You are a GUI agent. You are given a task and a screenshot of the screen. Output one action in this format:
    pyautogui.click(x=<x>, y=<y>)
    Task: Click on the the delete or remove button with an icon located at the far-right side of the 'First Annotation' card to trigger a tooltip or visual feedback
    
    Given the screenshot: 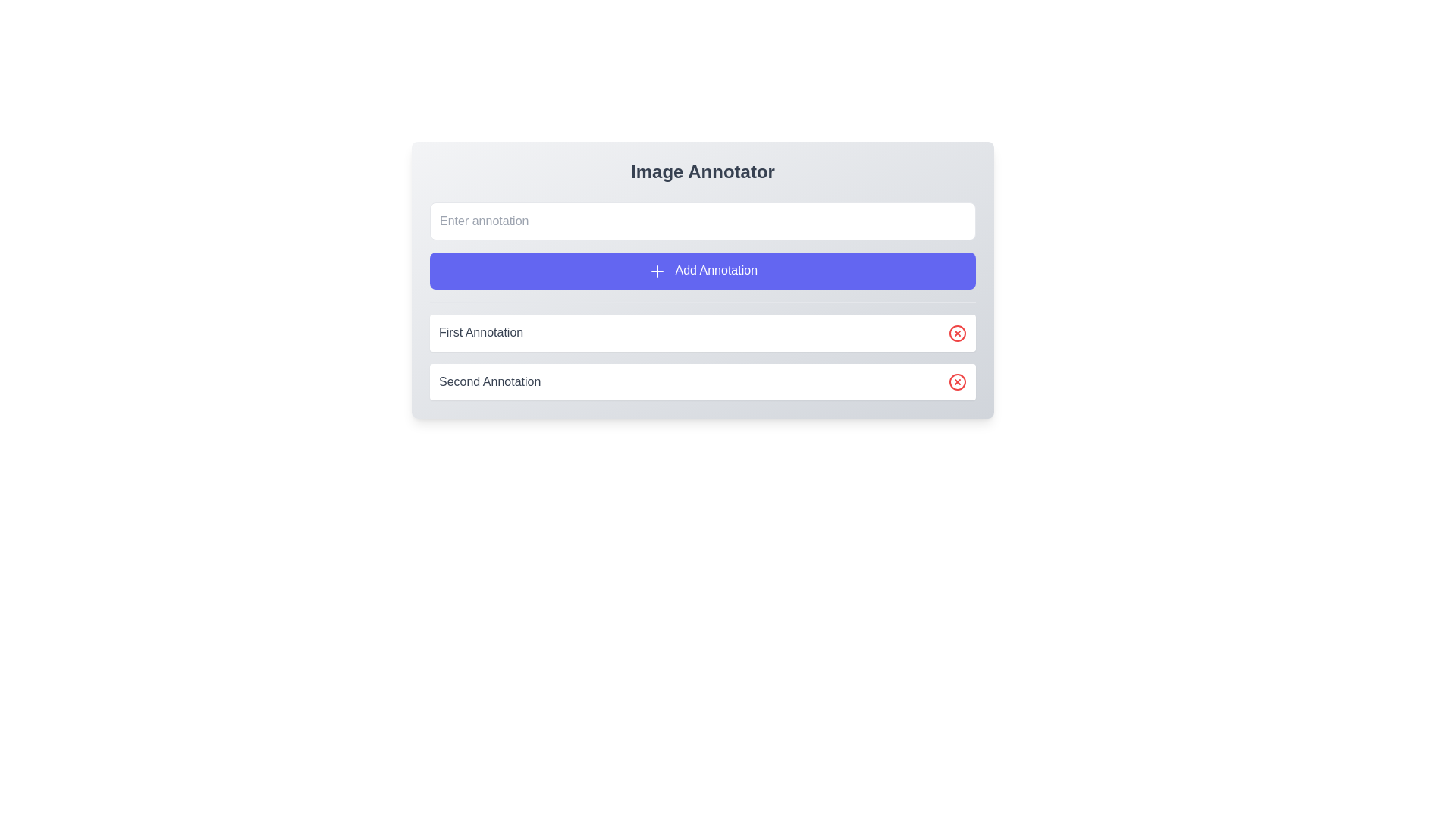 What is the action you would take?
    pyautogui.click(x=956, y=332)
    